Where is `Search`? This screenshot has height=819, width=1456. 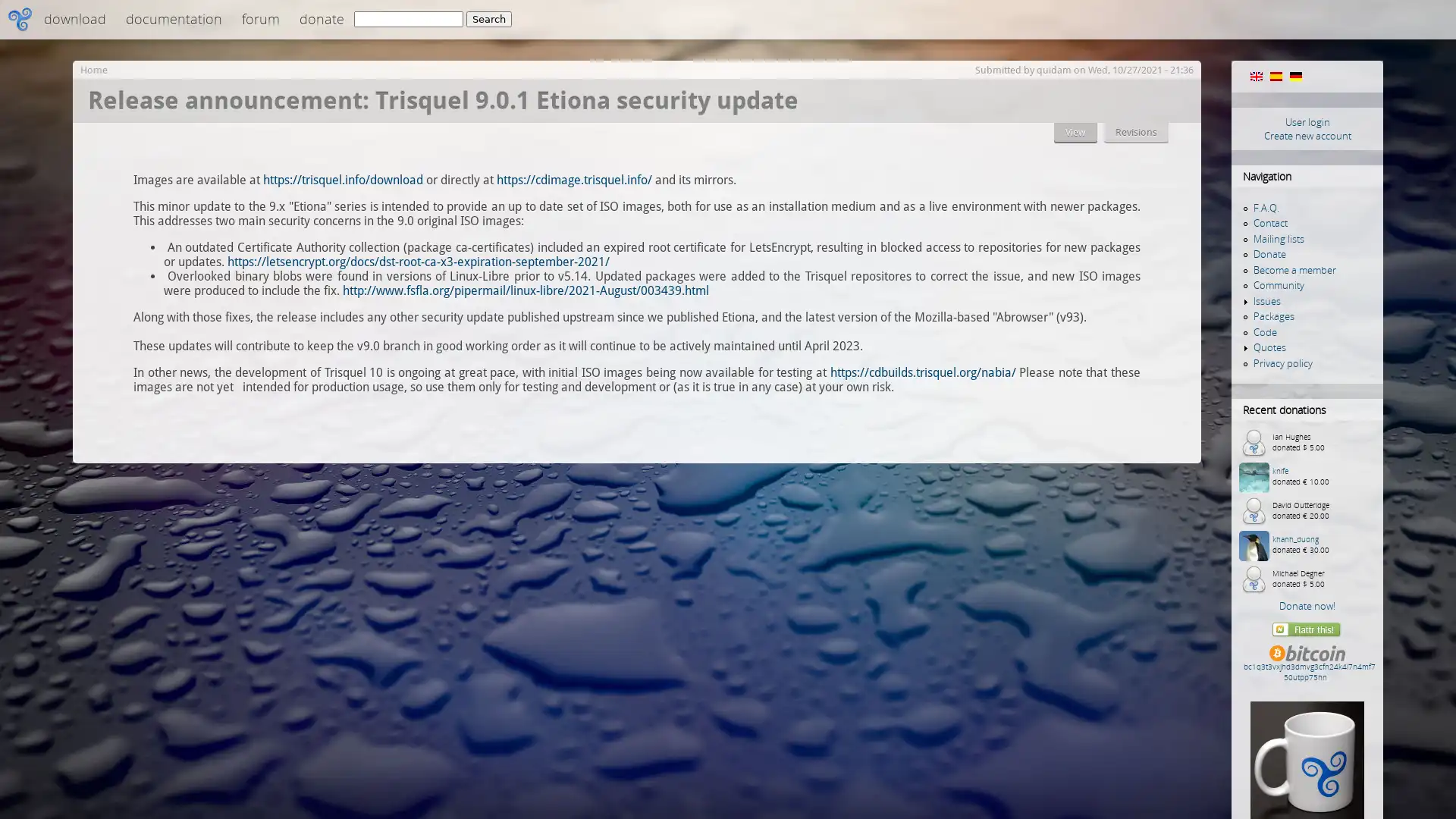
Search is located at coordinates (488, 19).